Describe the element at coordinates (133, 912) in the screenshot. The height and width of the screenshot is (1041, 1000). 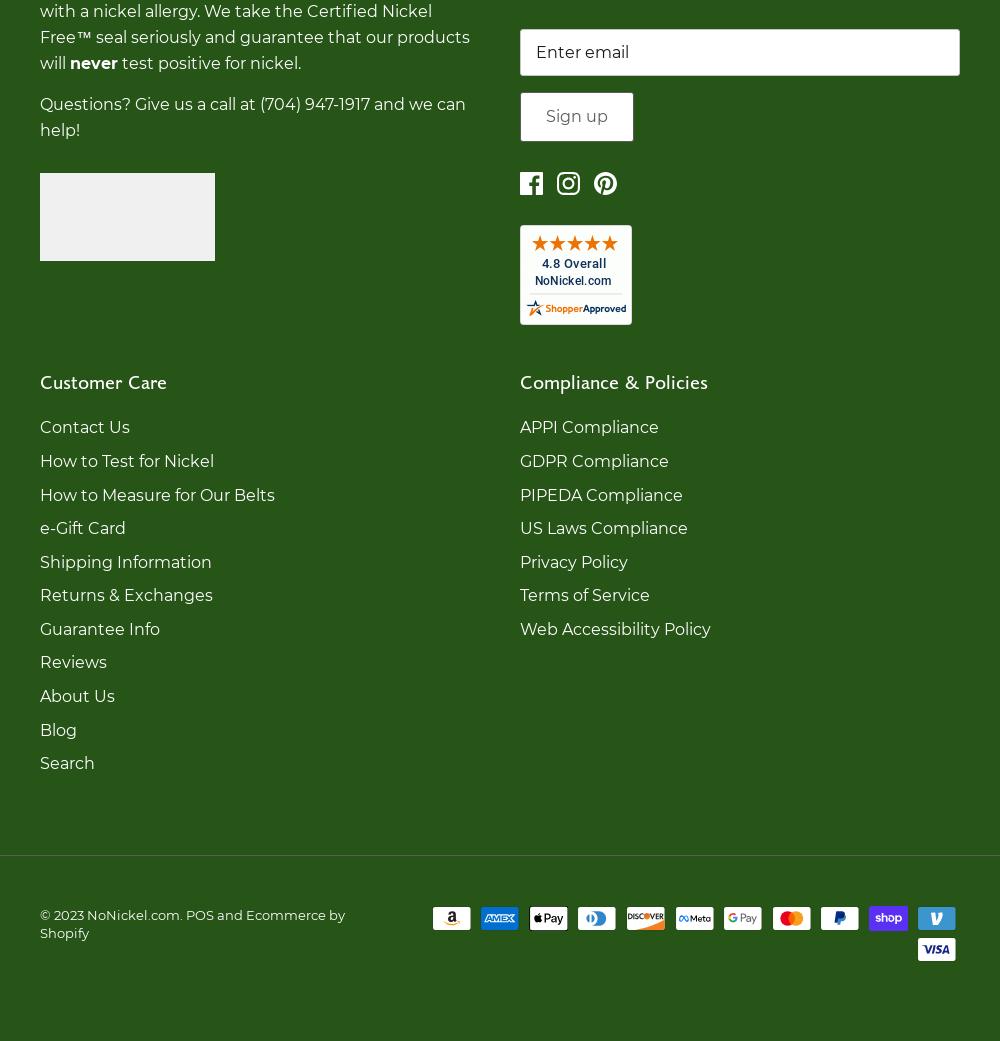
I see `'NoNickel.com'` at that location.